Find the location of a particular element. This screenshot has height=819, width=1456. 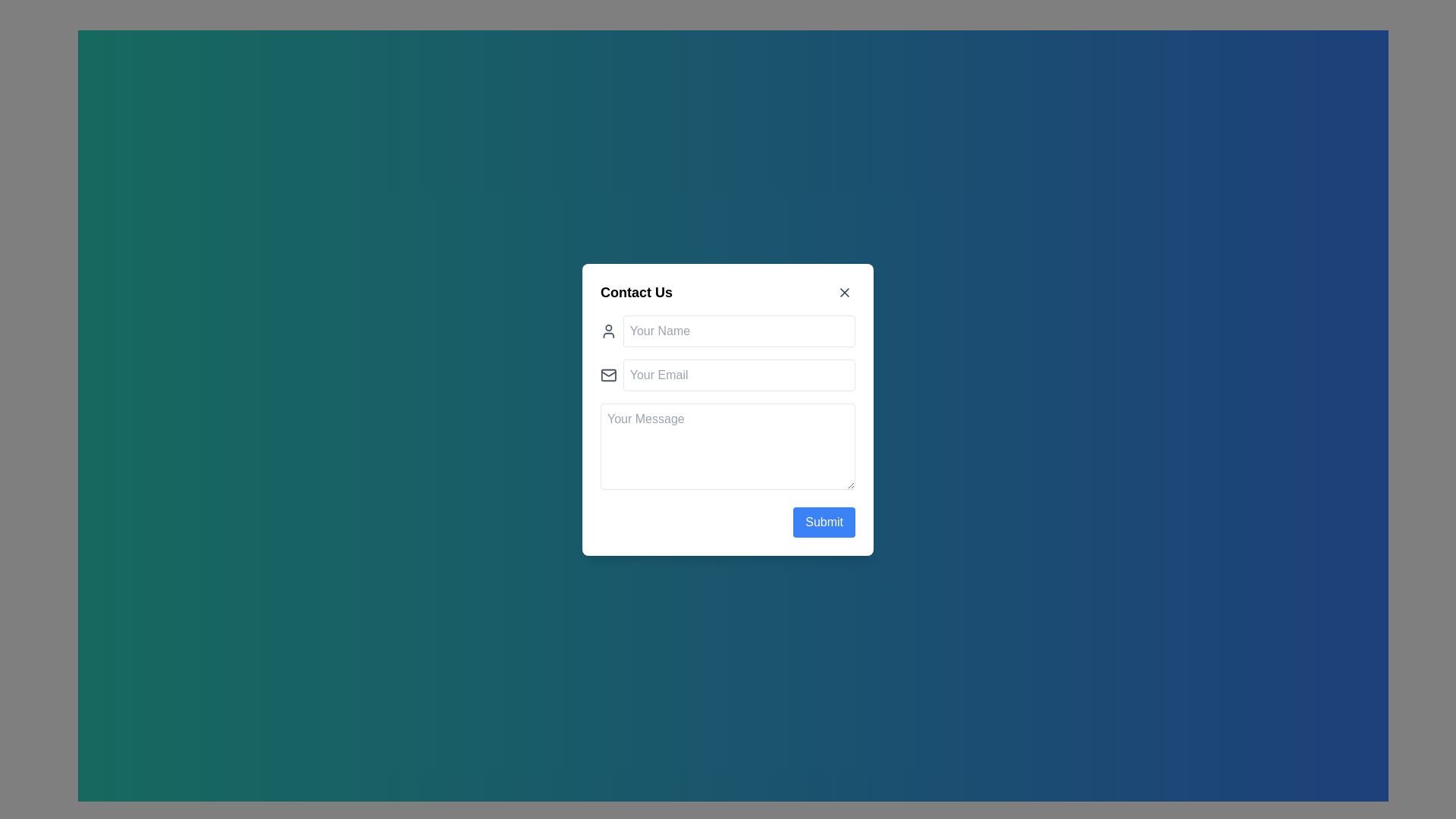

the decorative graphical element resembling an envelope in the 'Contact Us' form, located in the second row adjacent to the 'Your Email' input field is located at coordinates (608, 373).